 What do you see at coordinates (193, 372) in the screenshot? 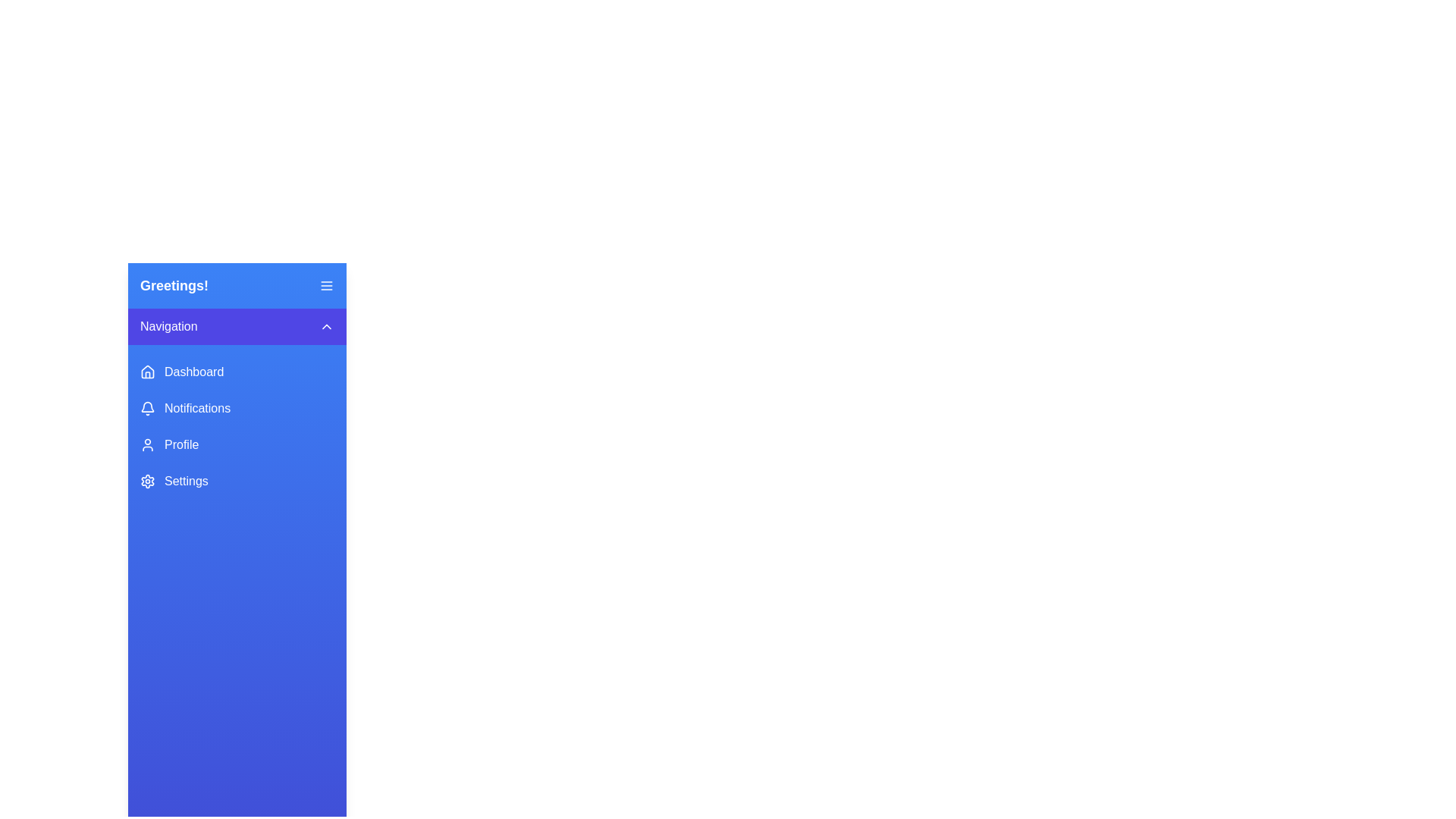
I see `the 'Dashboard' text label located on the left sidebar, which is styled in white text against a blue background` at bounding box center [193, 372].